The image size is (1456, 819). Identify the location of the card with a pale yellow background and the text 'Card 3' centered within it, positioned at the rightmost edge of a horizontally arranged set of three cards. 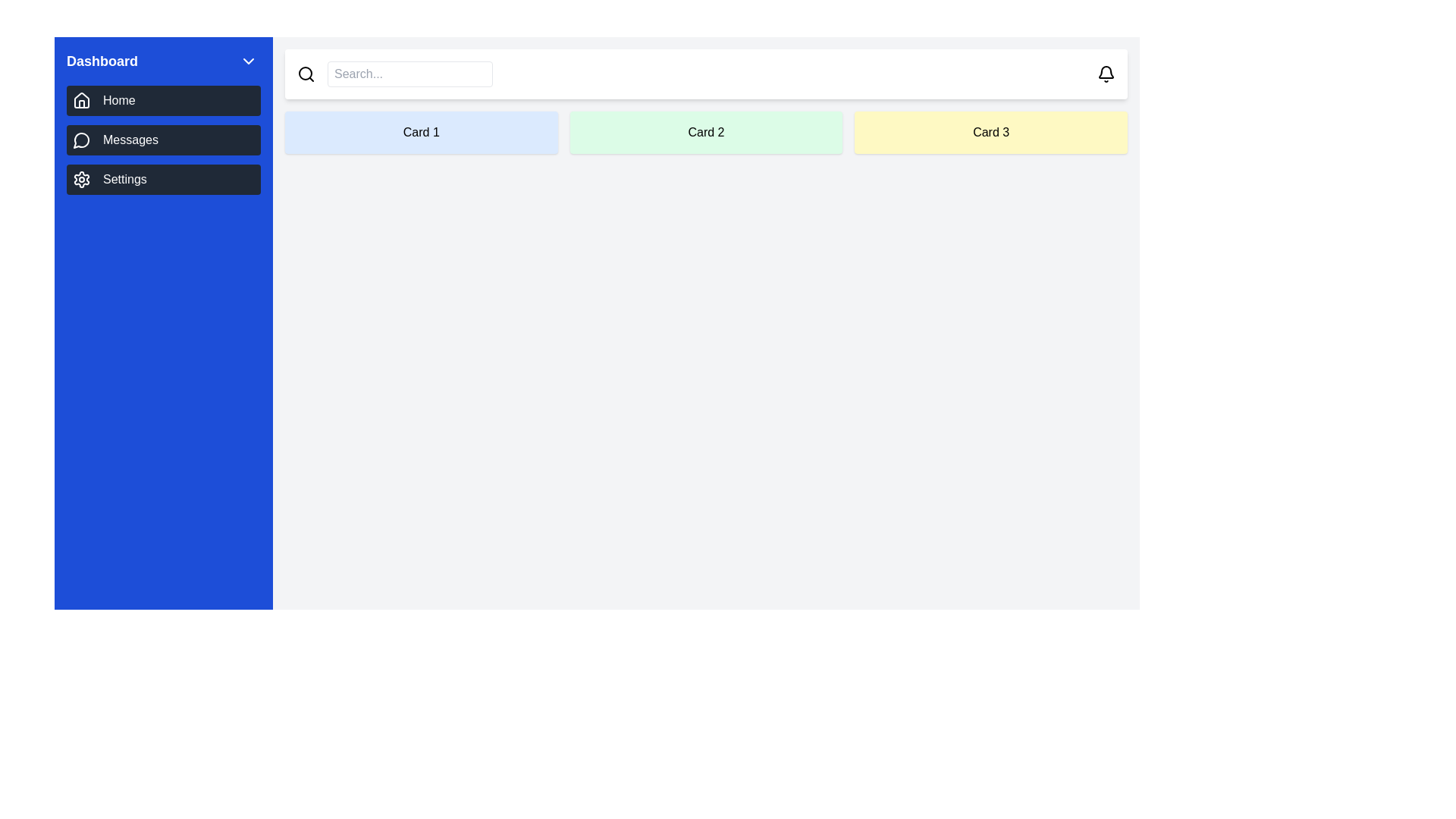
(991, 131).